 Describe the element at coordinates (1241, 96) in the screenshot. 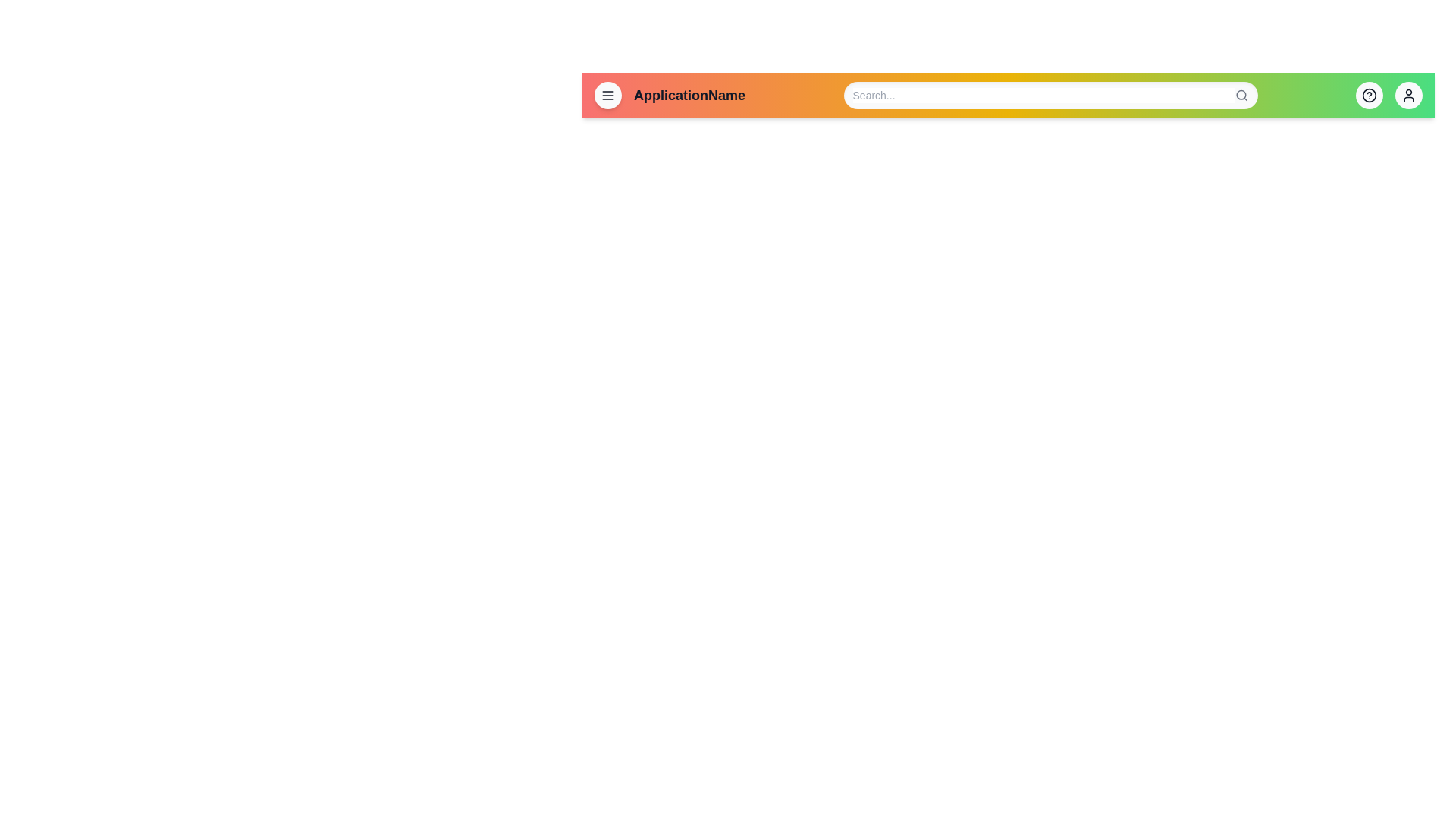

I see `the search icon to submit the search query` at that location.